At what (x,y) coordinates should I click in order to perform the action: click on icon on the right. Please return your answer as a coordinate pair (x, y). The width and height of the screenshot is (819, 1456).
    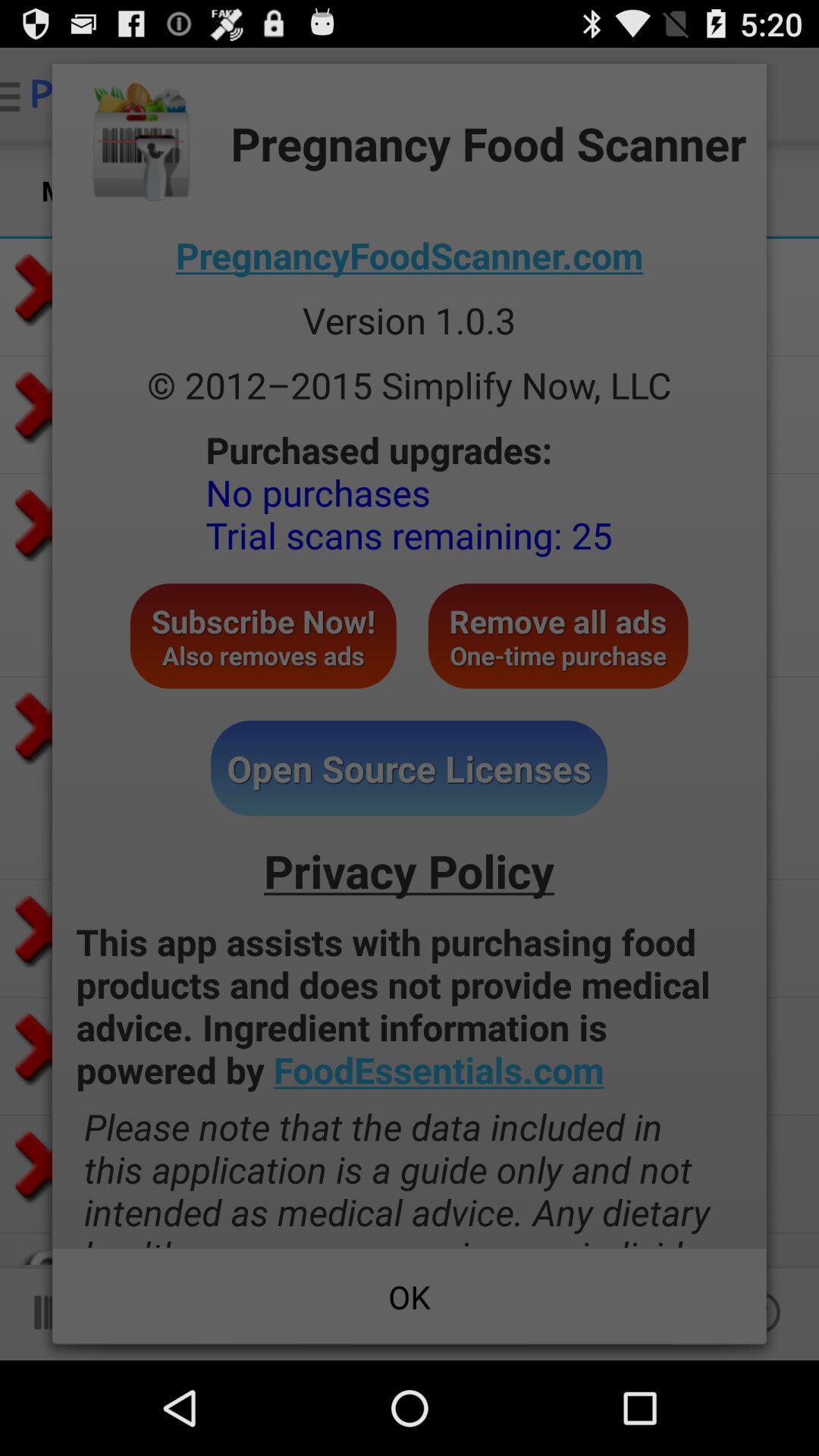
    Looking at the image, I should click on (558, 635).